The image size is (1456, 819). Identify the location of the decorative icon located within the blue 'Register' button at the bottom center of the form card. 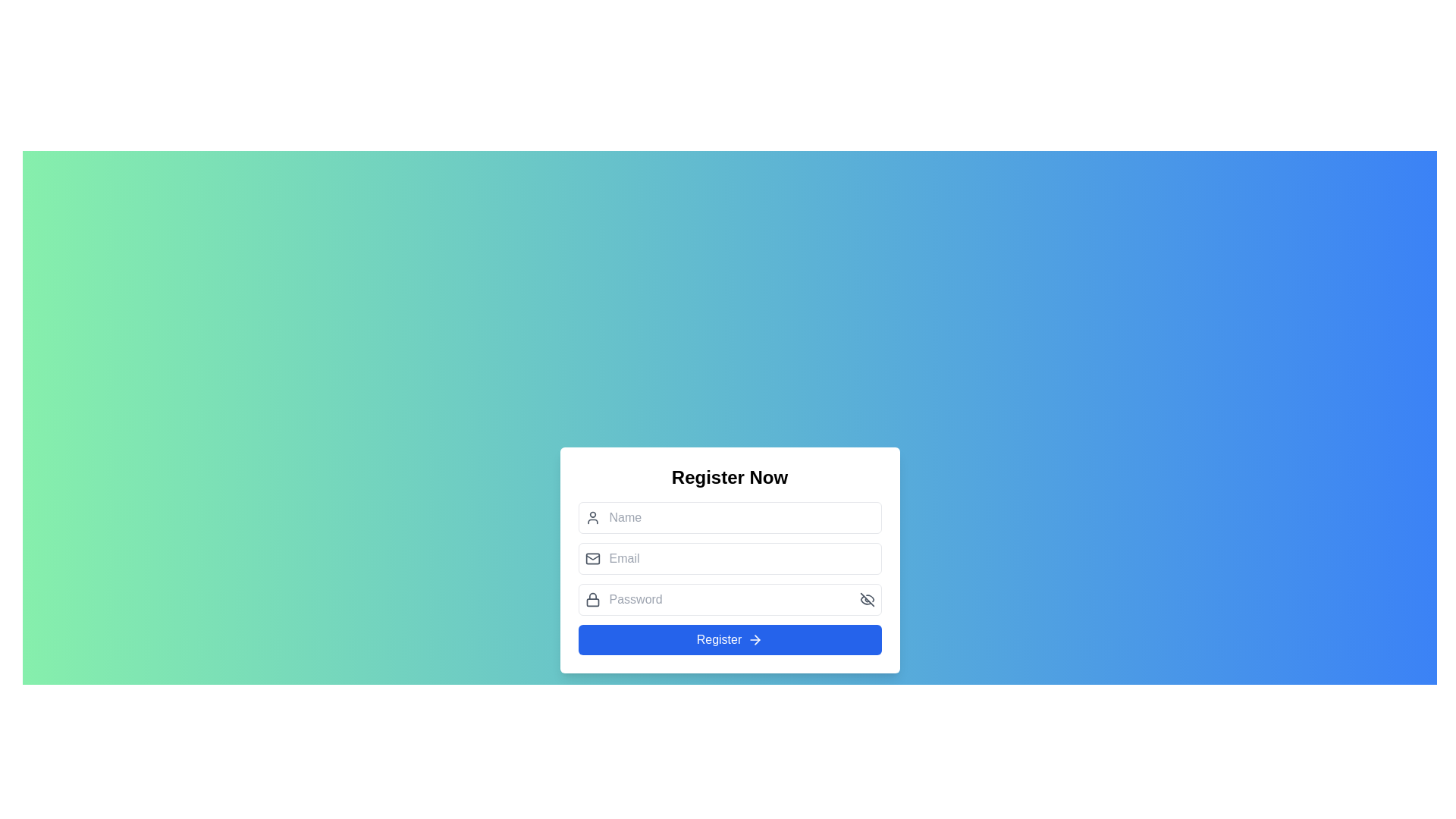
(755, 640).